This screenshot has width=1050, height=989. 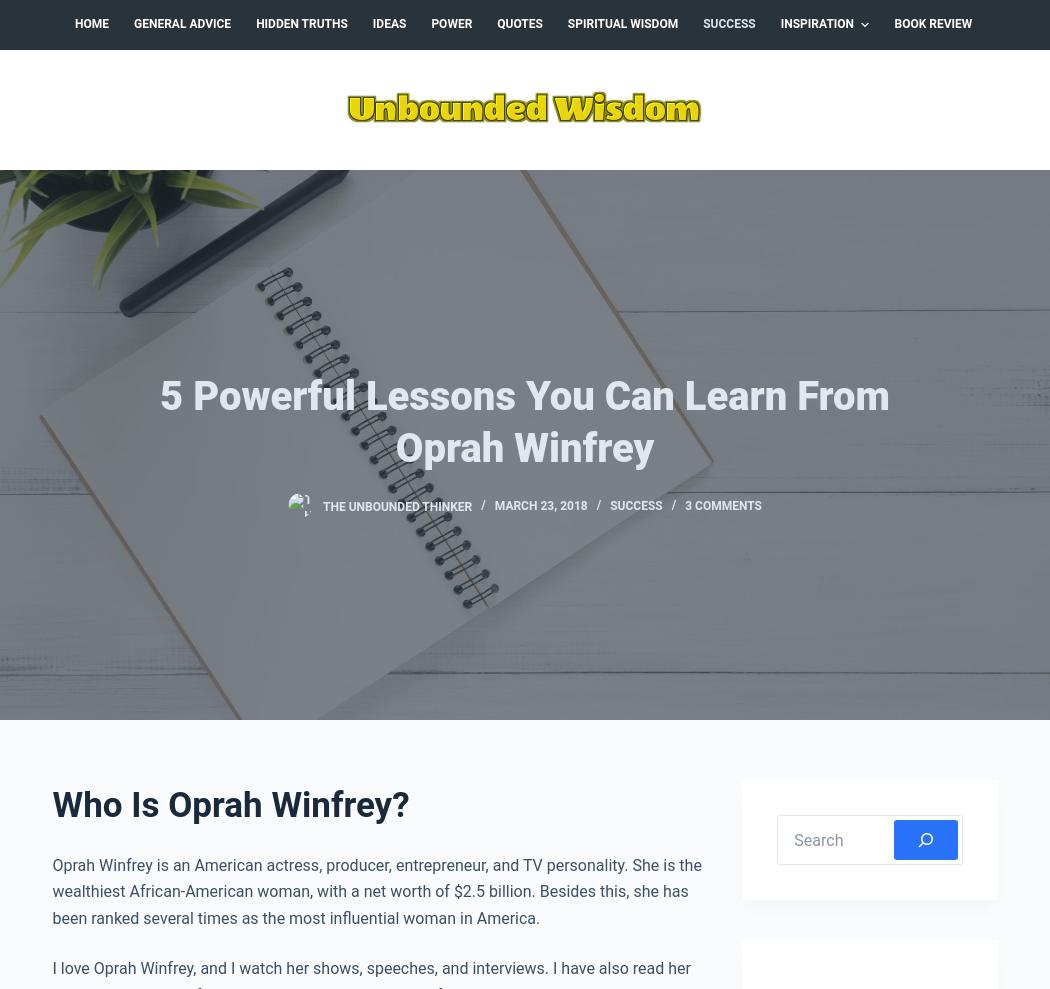 I want to click on 'I really enjoyed your post. Especially the part about naysayers. I just quit my 9-5 job to work full time on my blog and had a few questions about my decisions. Mostly out of concern, but luckily no one really discouraged me. Not that I would have listened, lol. I feel each person has to follow their own deals, goals, etc regardless of what the next person thinks or what they would do themselves.We each have our own path that we have to follow 🙂 Thanks for sharing.', so click(x=522, y=719).